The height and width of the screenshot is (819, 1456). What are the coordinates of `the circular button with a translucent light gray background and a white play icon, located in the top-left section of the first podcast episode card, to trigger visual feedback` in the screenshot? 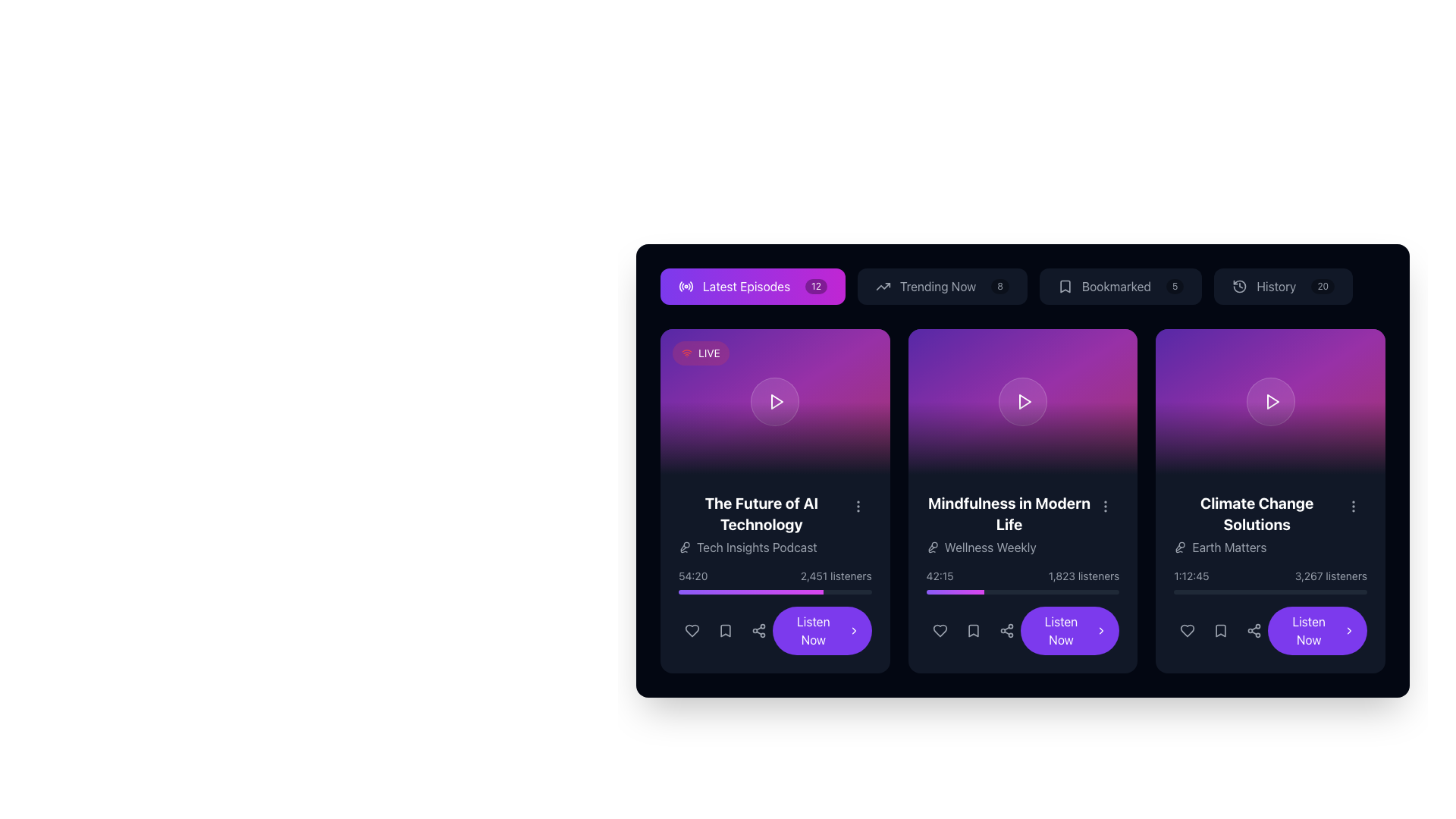 It's located at (775, 400).